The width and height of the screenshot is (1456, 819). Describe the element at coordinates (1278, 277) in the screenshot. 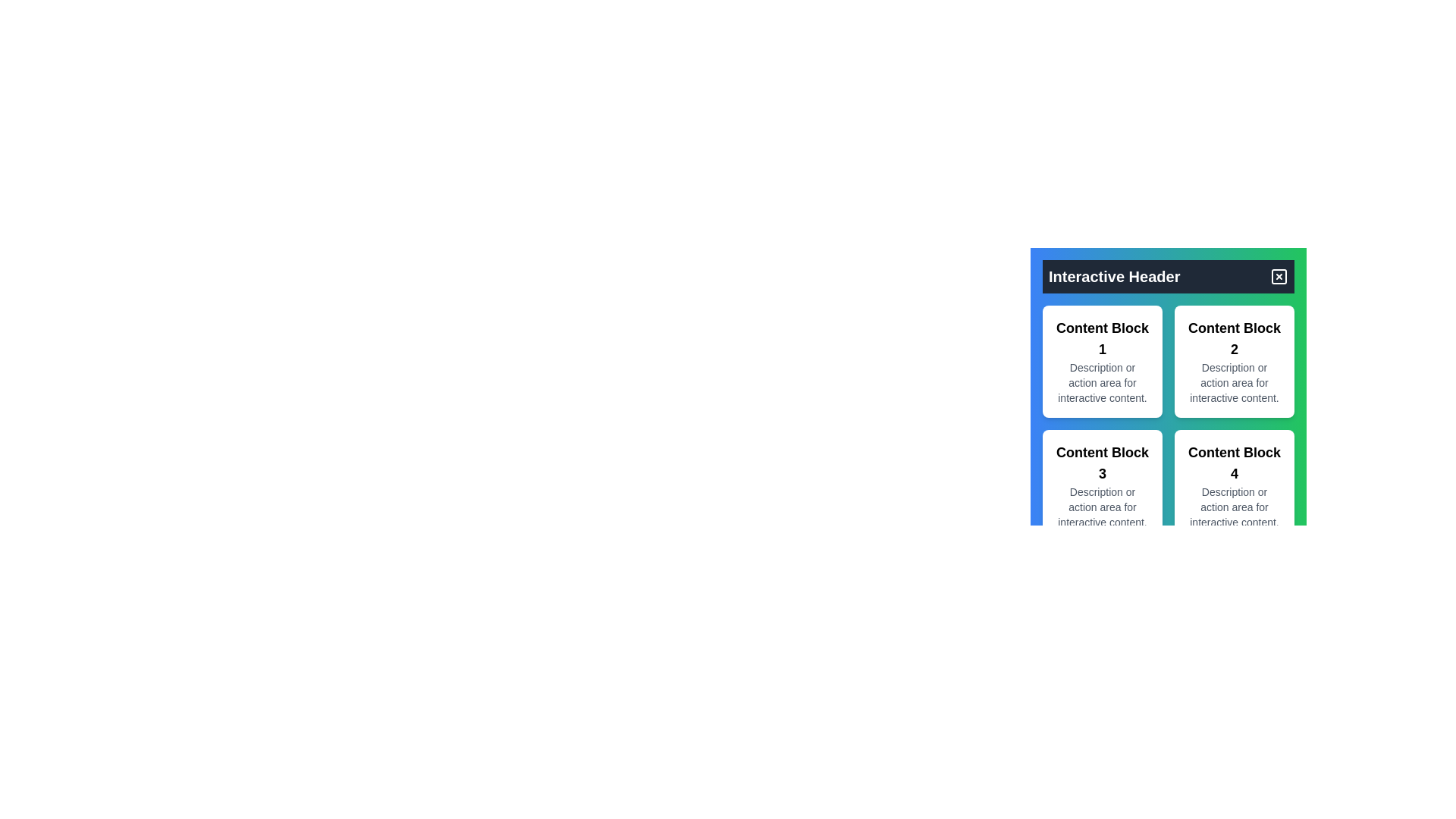

I see `the square shaped icon with rounded corners located` at that location.